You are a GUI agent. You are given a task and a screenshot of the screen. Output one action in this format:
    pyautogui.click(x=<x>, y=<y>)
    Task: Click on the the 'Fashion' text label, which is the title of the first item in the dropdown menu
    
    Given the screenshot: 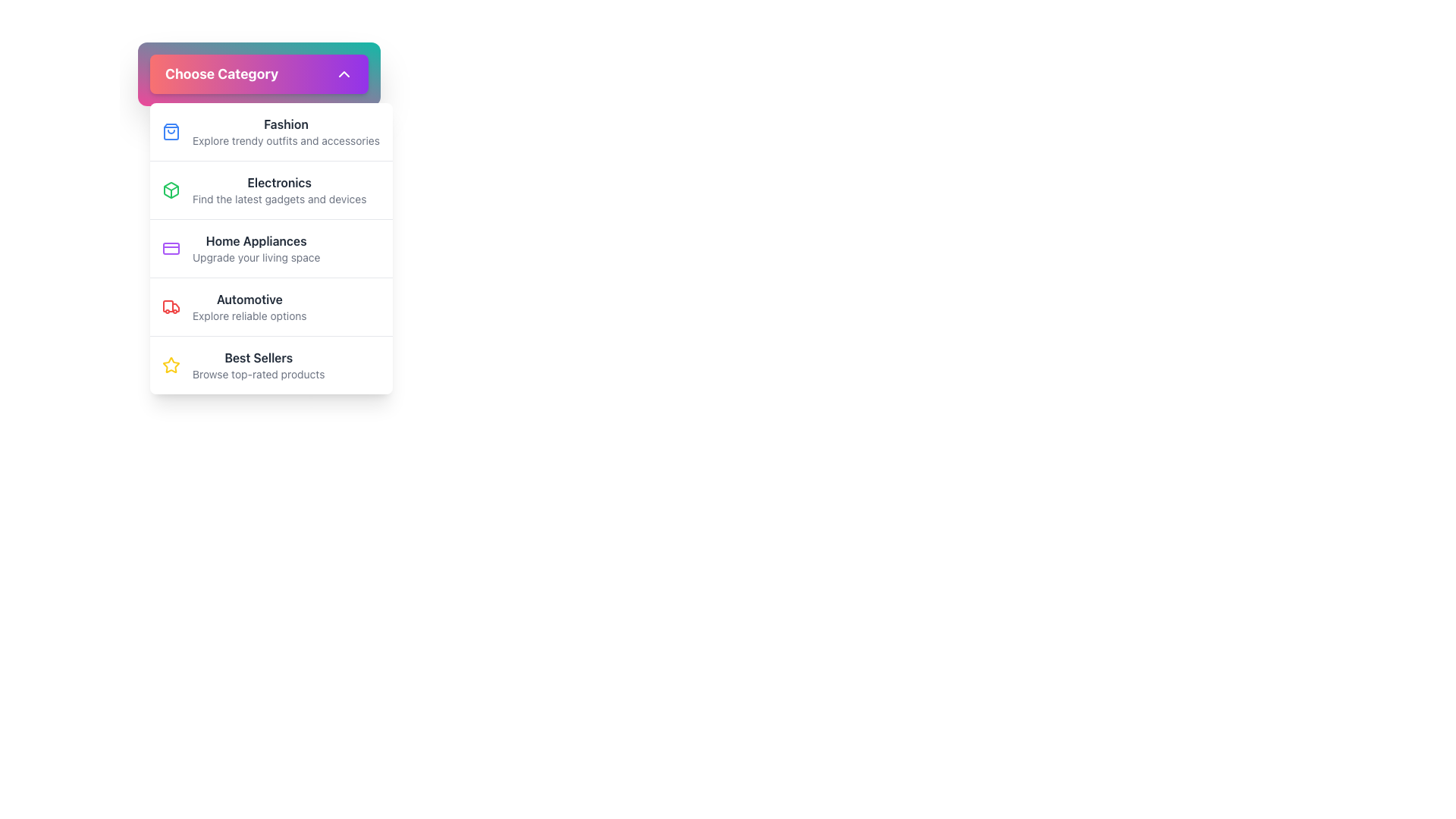 What is the action you would take?
    pyautogui.click(x=286, y=124)
    